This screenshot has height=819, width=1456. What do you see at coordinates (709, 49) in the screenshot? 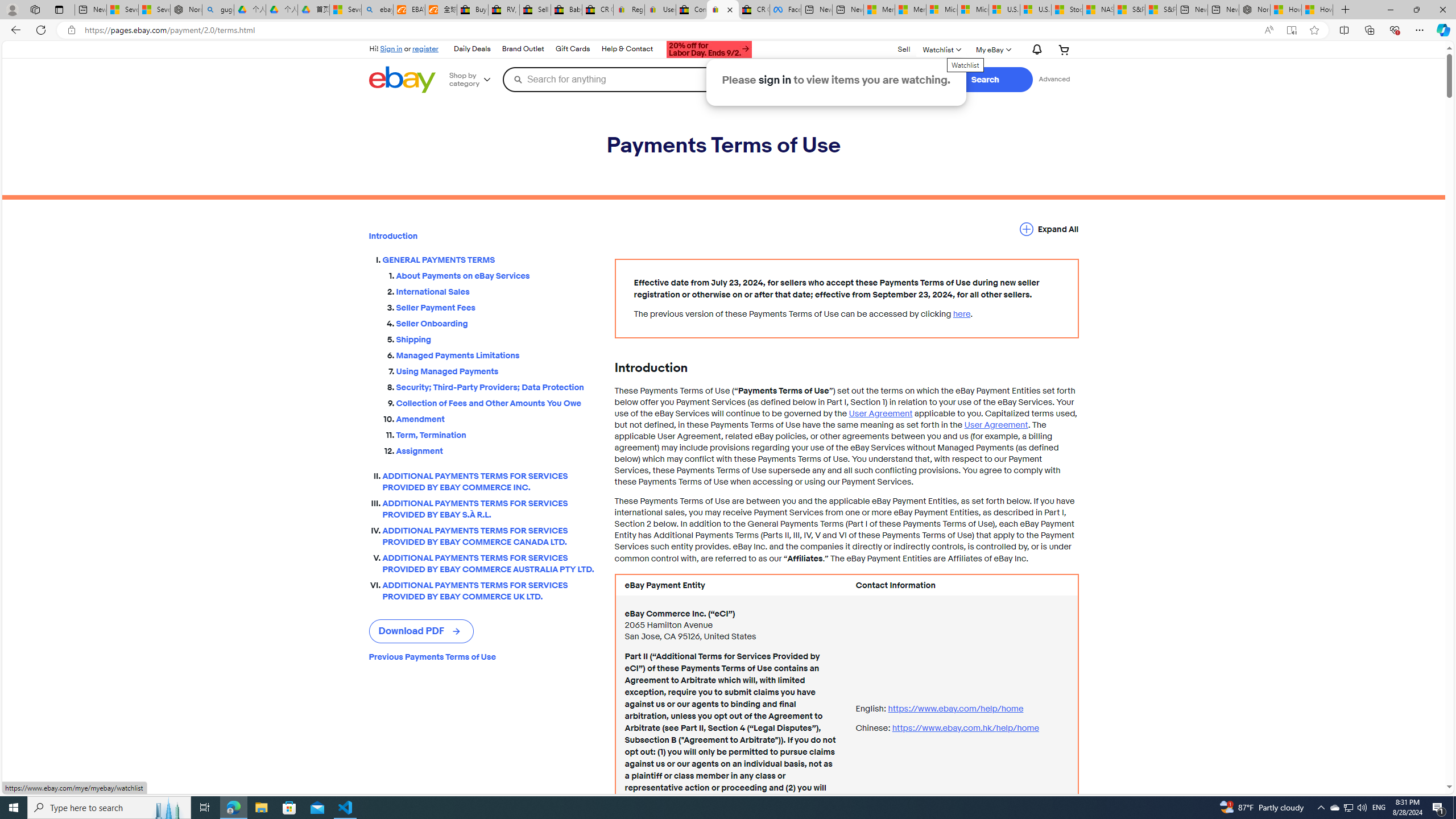
I see `'Get the coupon now'` at bounding box center [709, 49].